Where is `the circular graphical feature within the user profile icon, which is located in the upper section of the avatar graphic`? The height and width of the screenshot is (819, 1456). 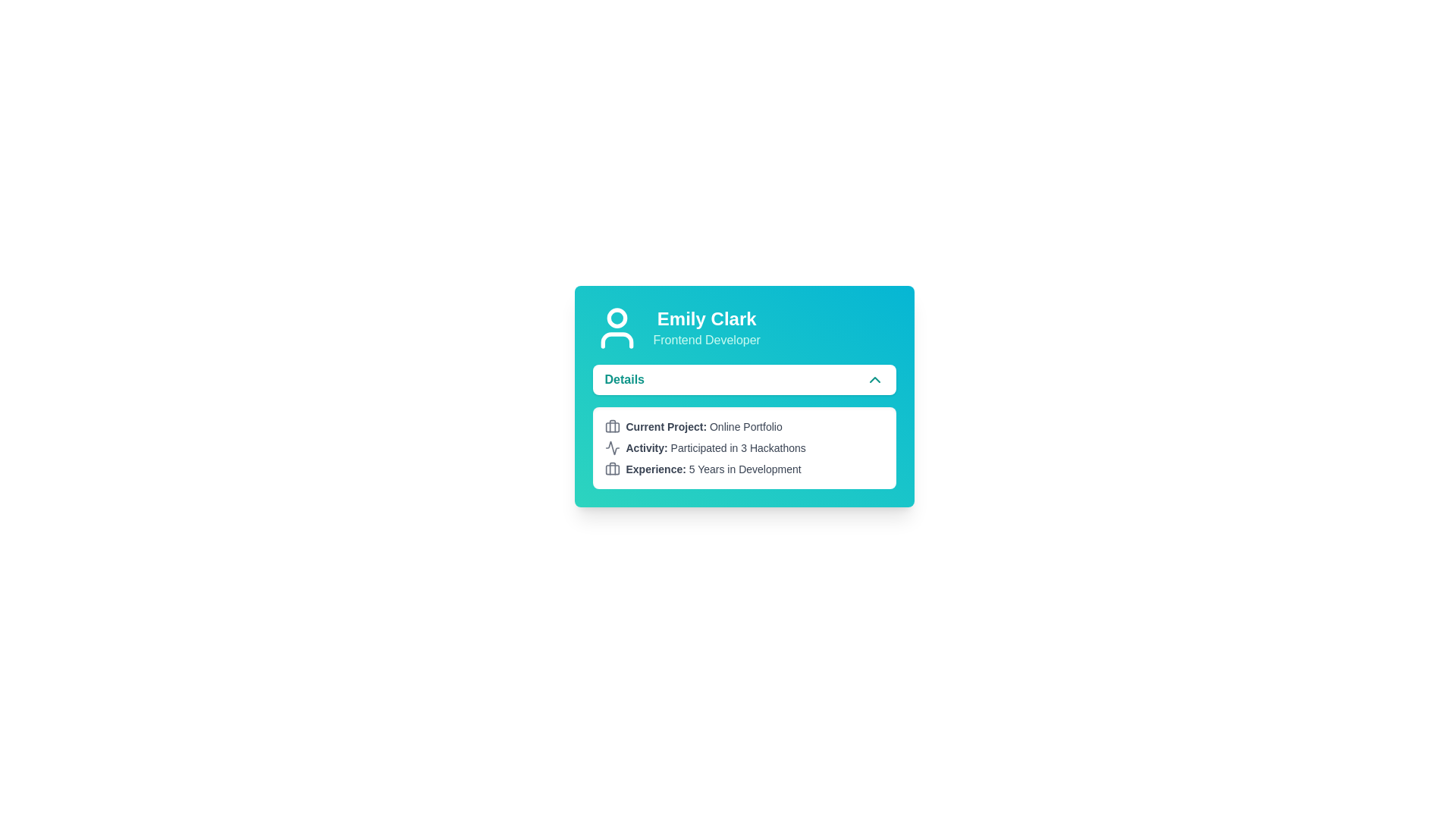
the circular graphical feature within the user profile icon, which is located in the upper section of the avatar graphic is located at coordinates (617, 317).